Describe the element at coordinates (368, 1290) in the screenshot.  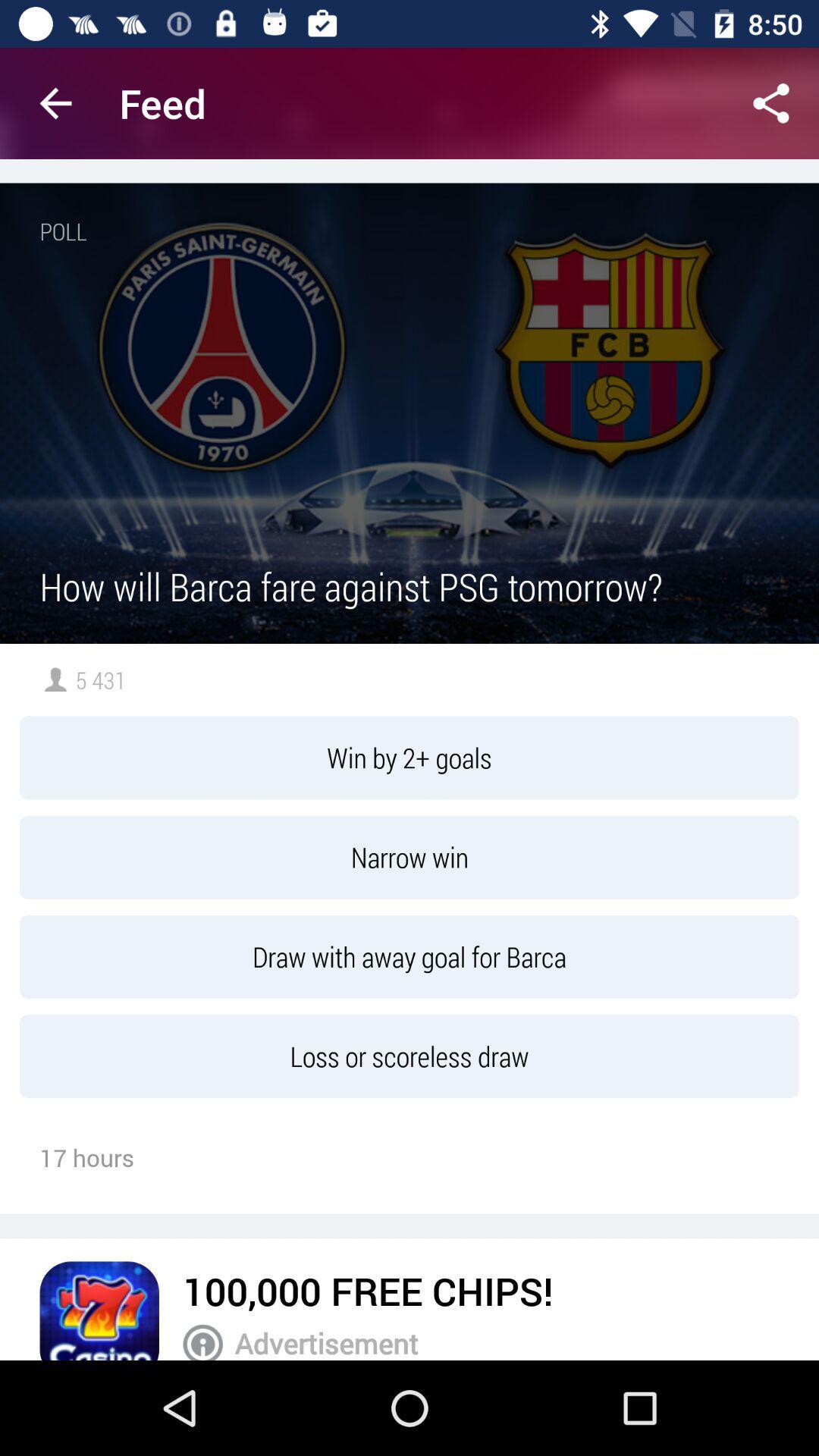
I see `the 100 000 free` at that location.